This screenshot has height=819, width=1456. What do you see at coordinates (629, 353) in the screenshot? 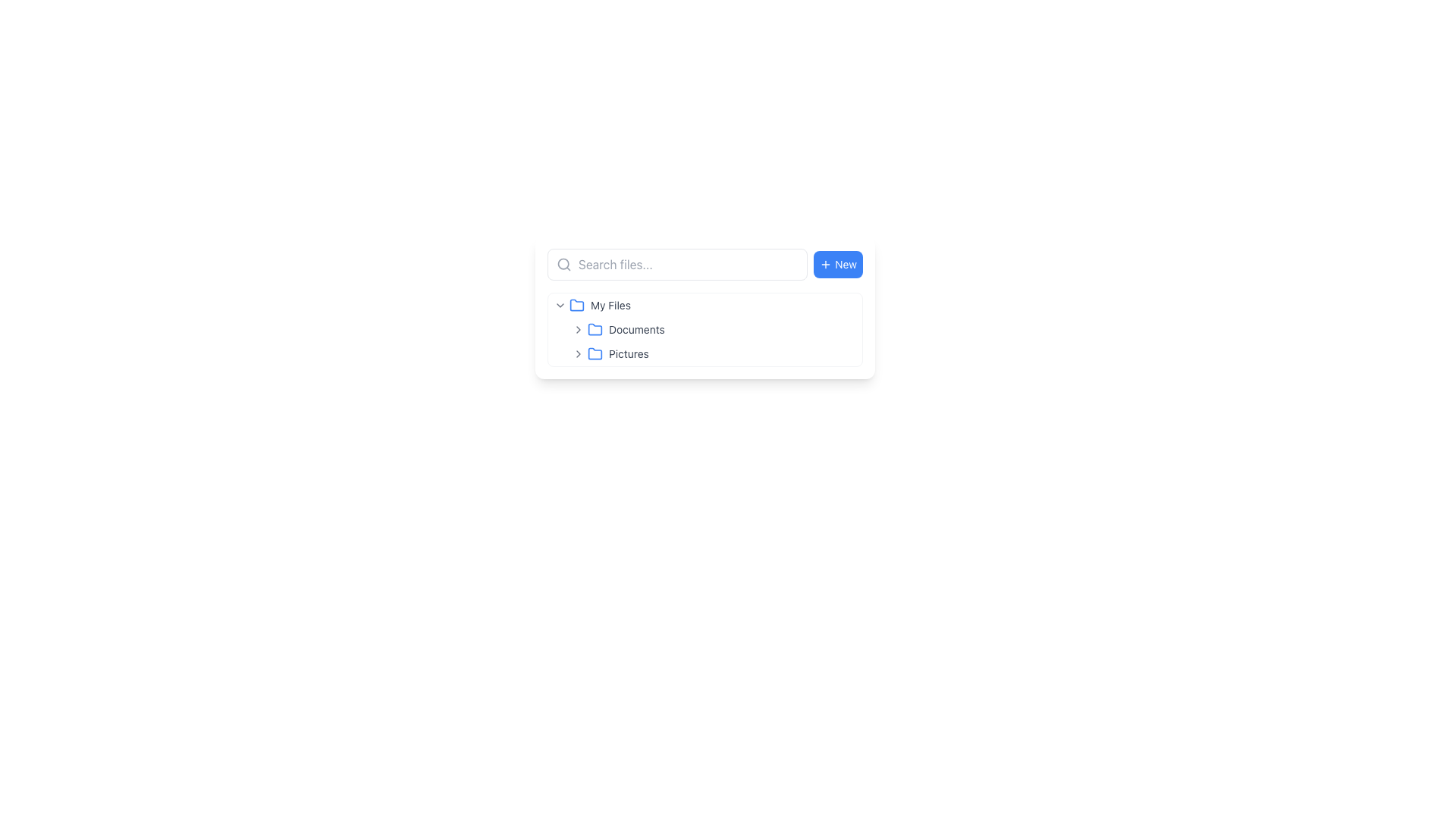
I see `the text label indicating the name of a folder, located in the 'My Files' section, to the right of the blue folder icon, which is the third item in the list` at bounding box center [629, 353].